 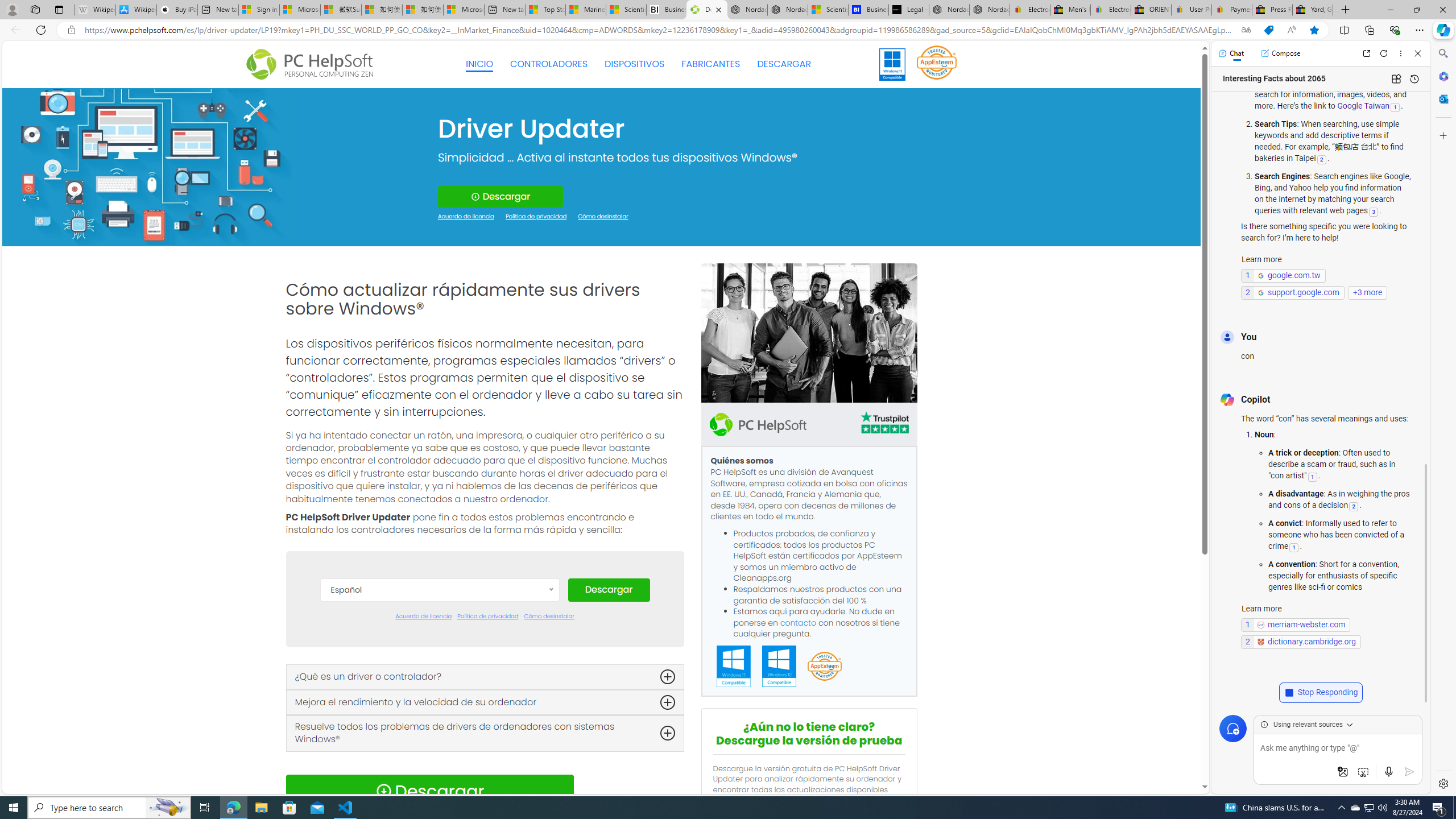 I want to click on 'Top Stories - MSN', so click(x=544, y=9).